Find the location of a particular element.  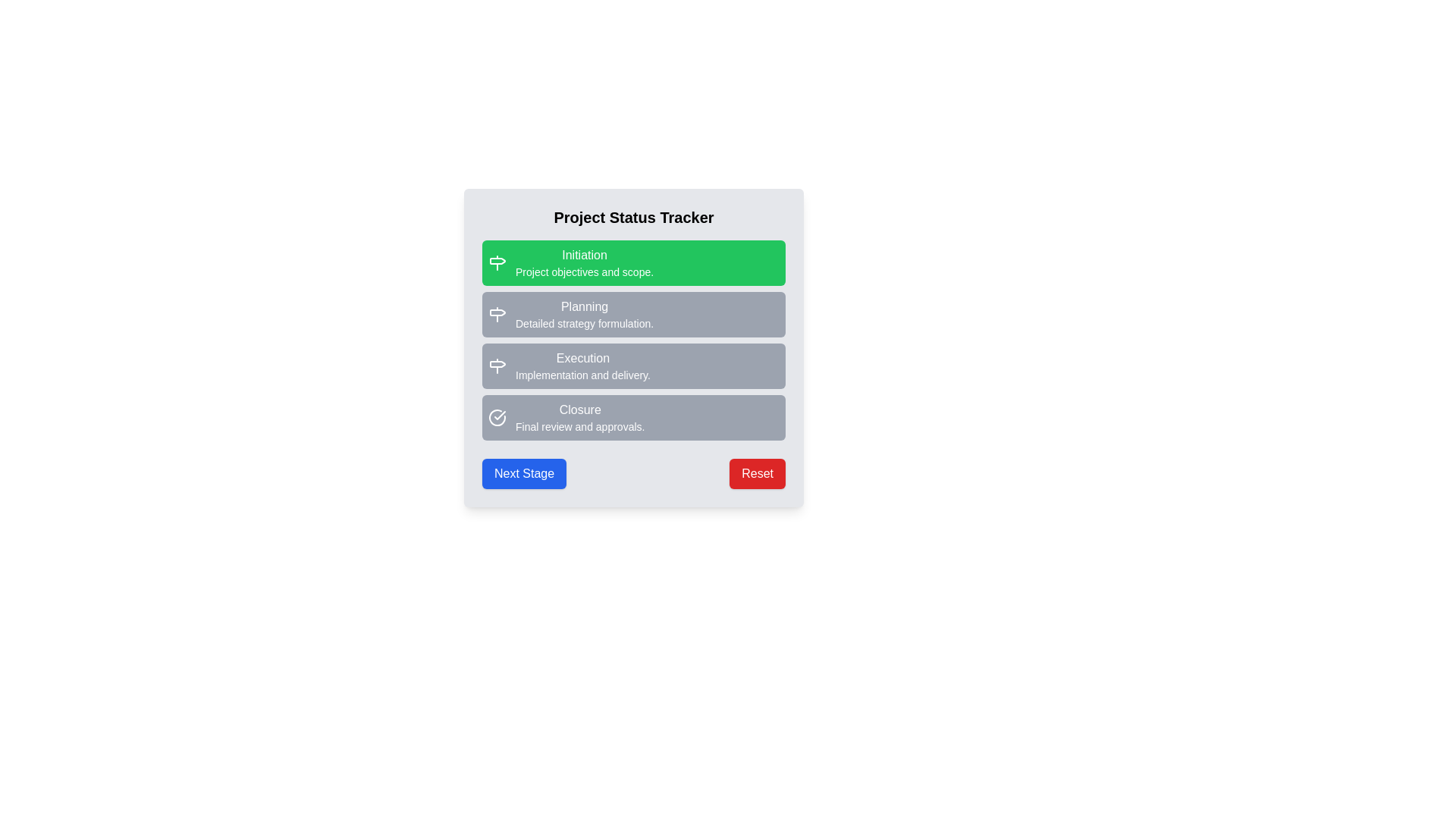

the text block displaying 'Closure' which is located in the bottom section of a vertical list of stages, positioned above the buttons 'Next Stage' and 'Reset' is located at coordinates (579, 418).